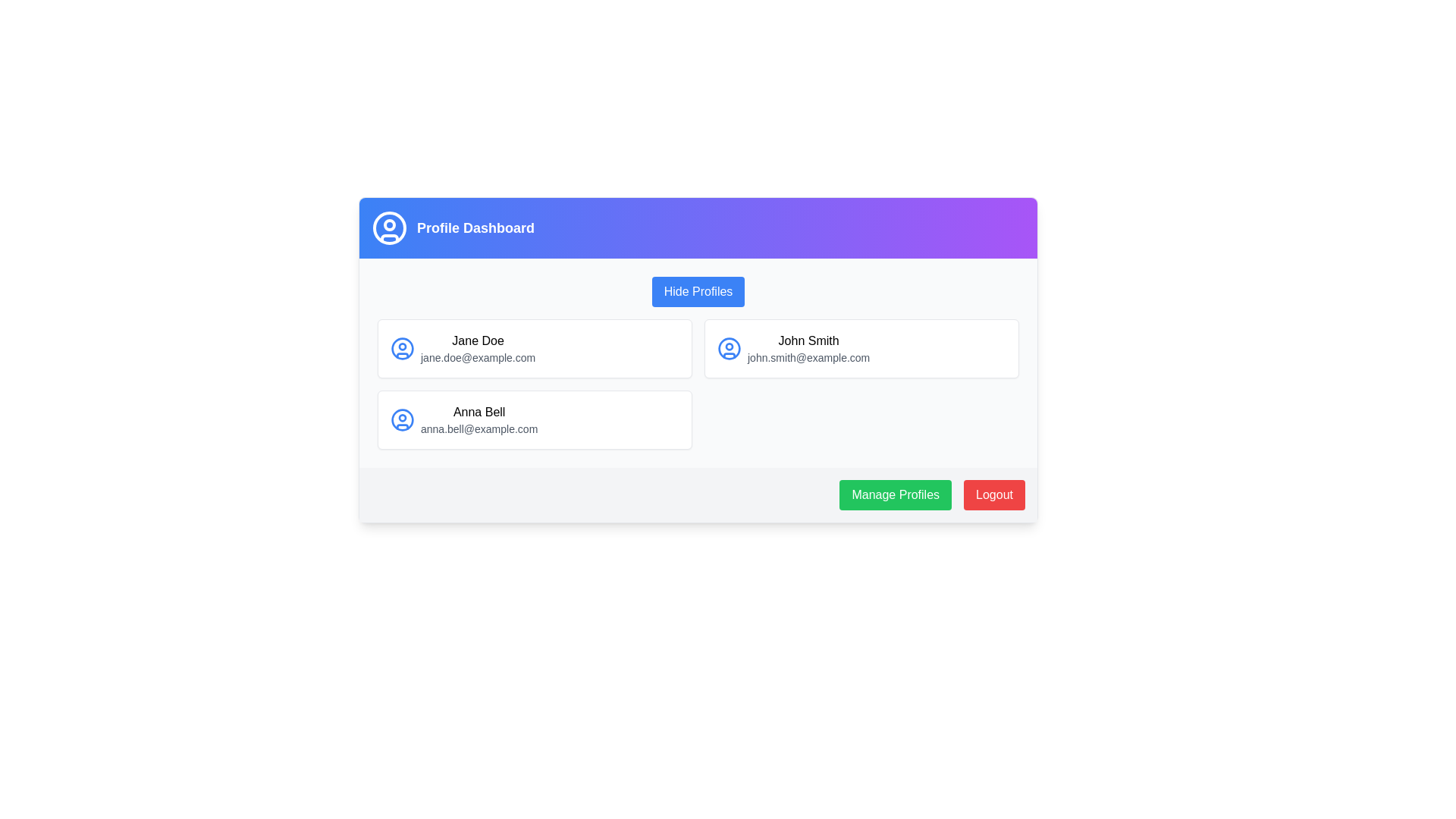 The width and height of the screenshot is (1456, 819). Describe the element at coordinates (475, 227) in the screenshot. I see `the Text Label that serves as the title or heading, positioned in the header banner to the right of the circular user icon` at that location.